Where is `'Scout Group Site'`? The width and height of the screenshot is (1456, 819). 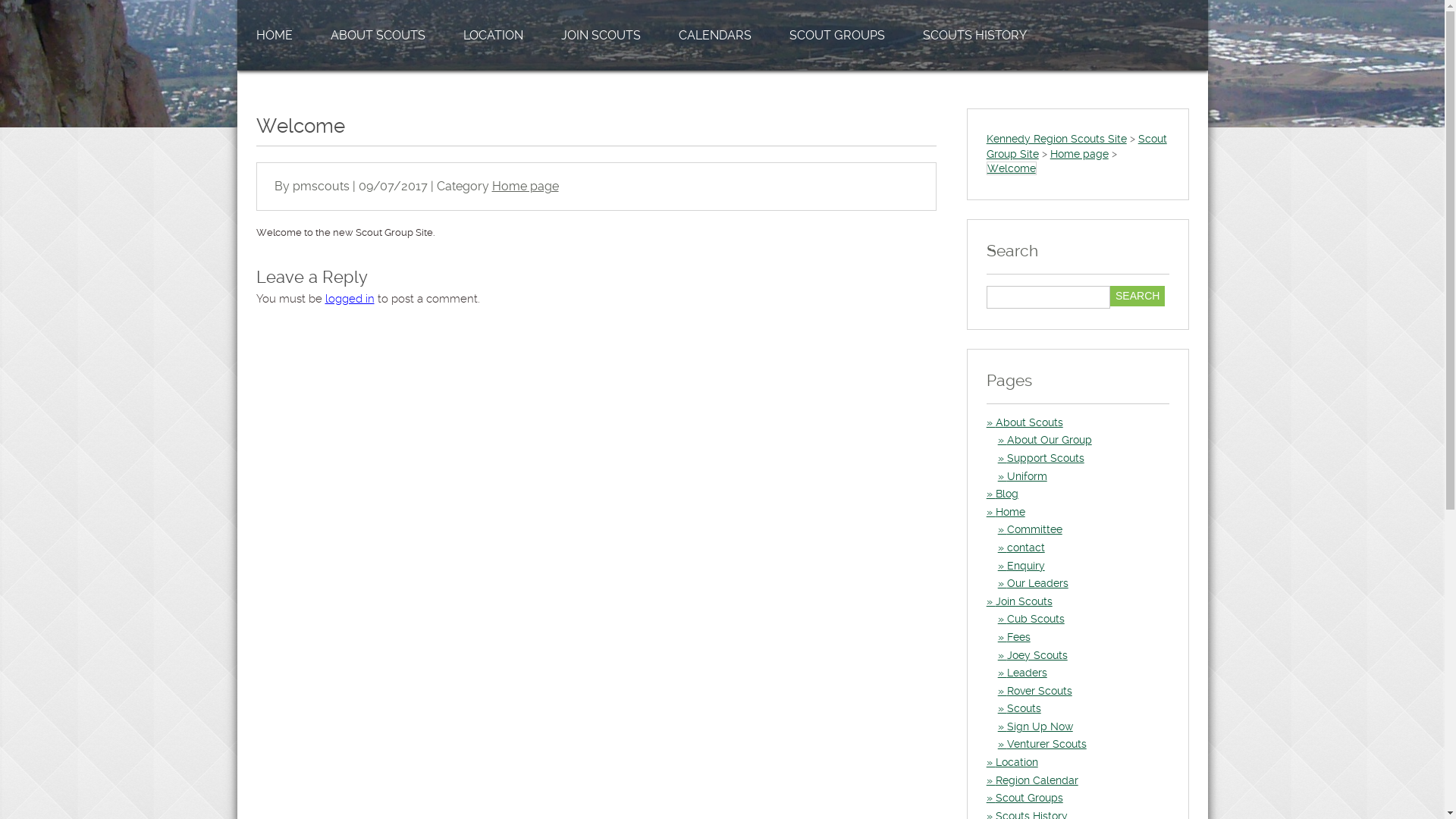
'Scout Group Site' is located at coordinates (1076, 146).